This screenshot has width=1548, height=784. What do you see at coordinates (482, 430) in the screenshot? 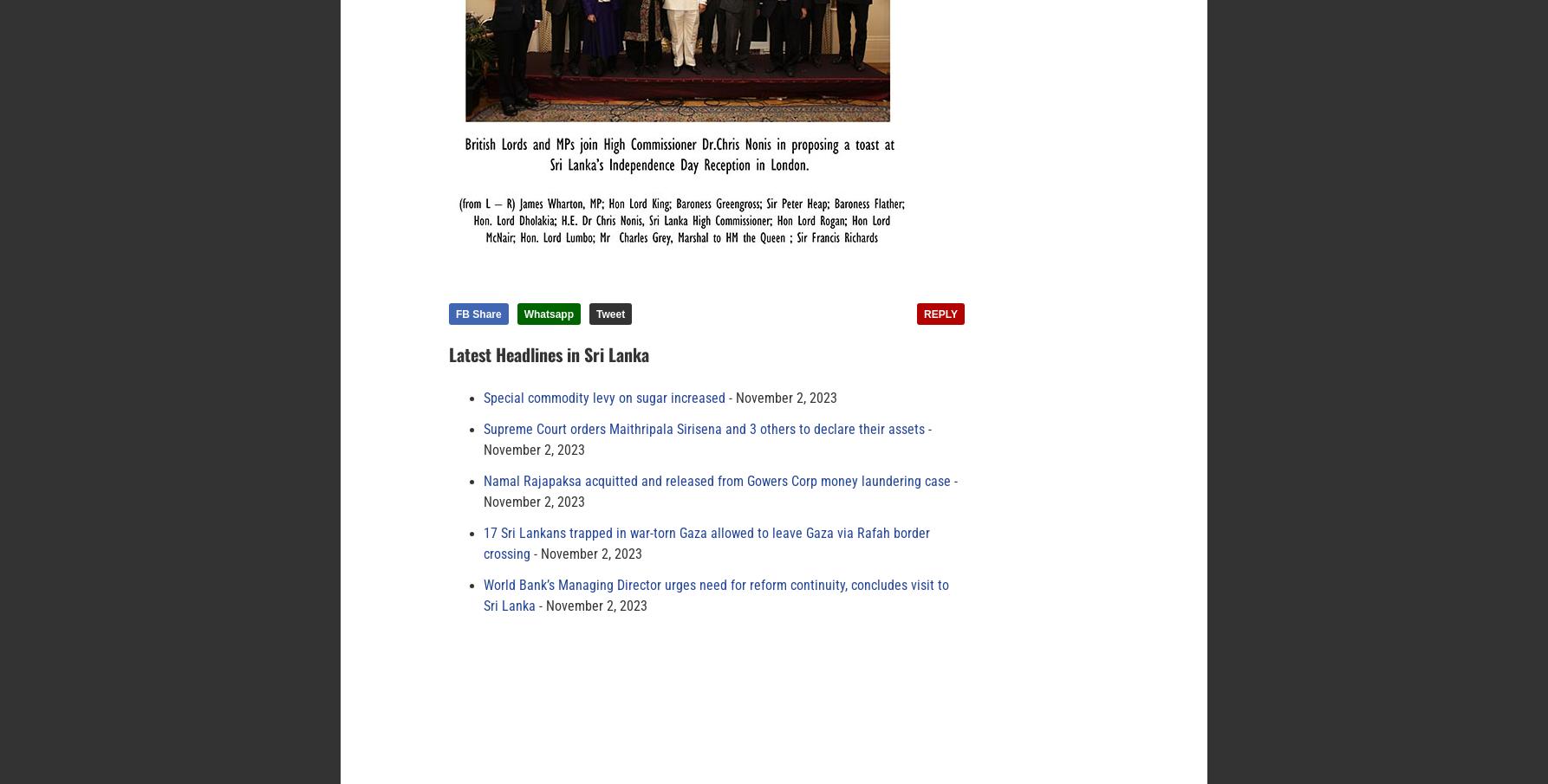
I see `'Supreme Court orders Maithripala Sirisena and 3 others to declare their assets'` at bounding box center [482, 430].